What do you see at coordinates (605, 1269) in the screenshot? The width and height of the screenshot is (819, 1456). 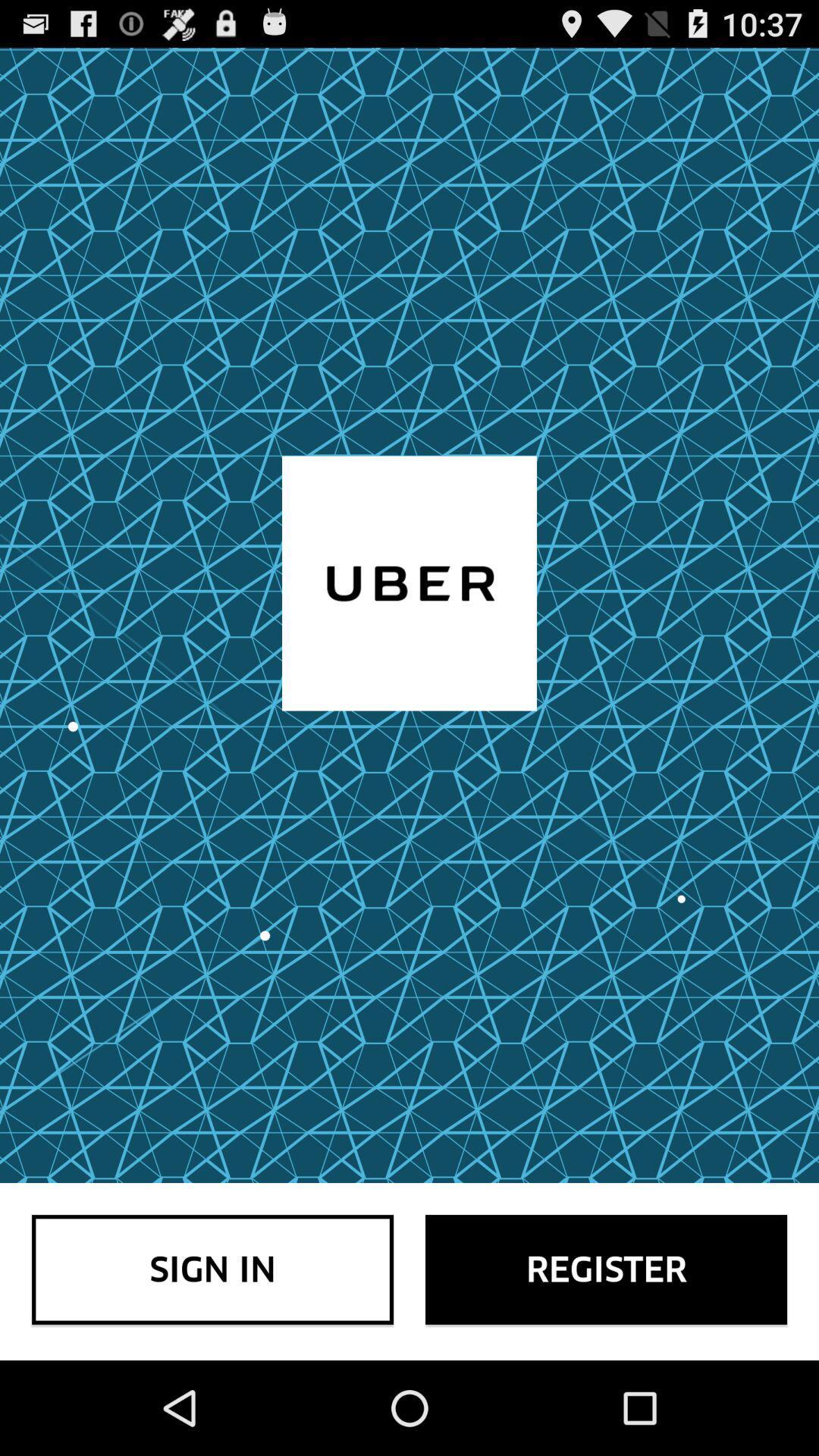 I see `icon next to the sign in icon` at bounding box center [605, 1269].